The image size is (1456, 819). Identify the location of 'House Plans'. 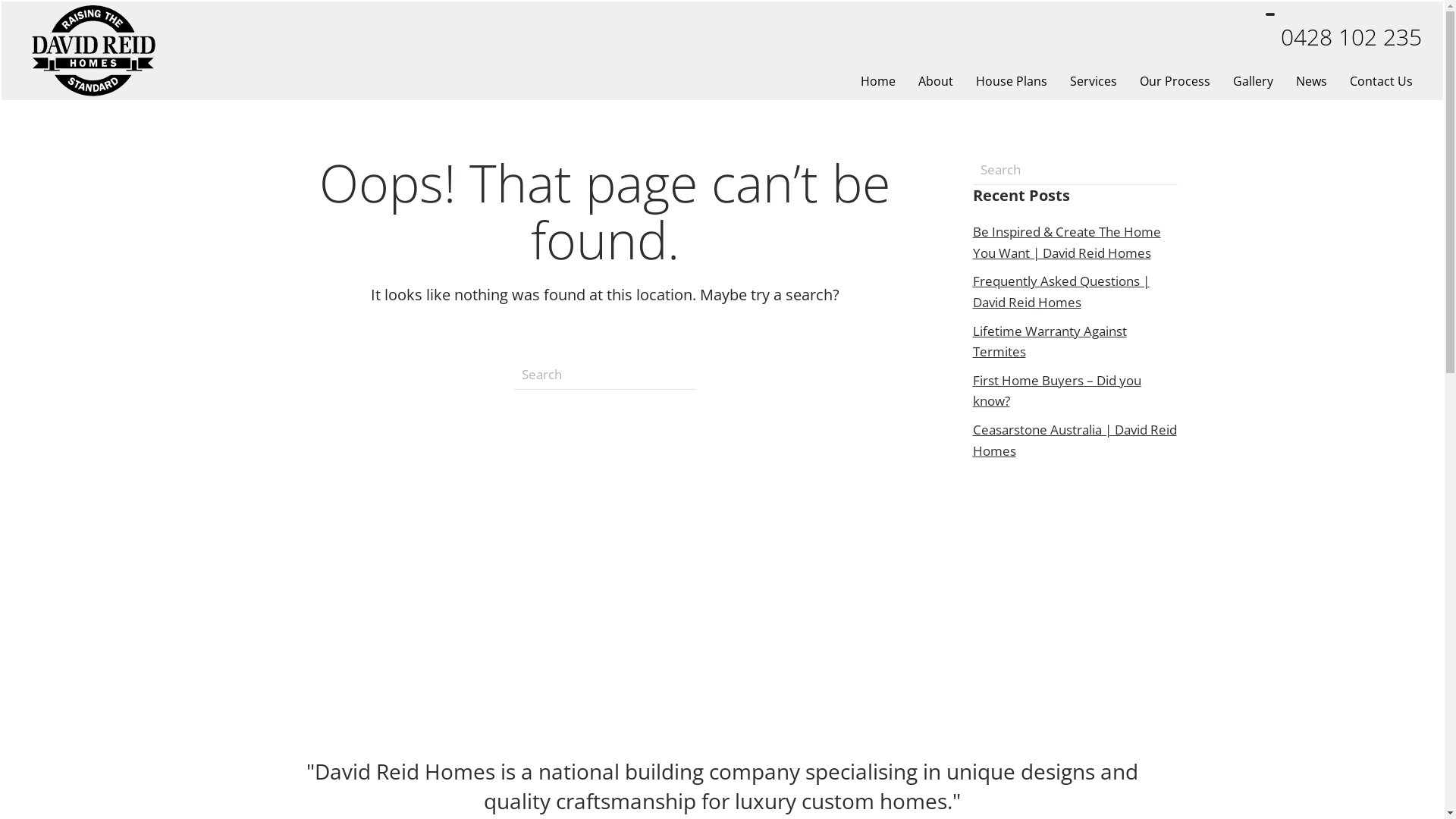
(1012, 81).